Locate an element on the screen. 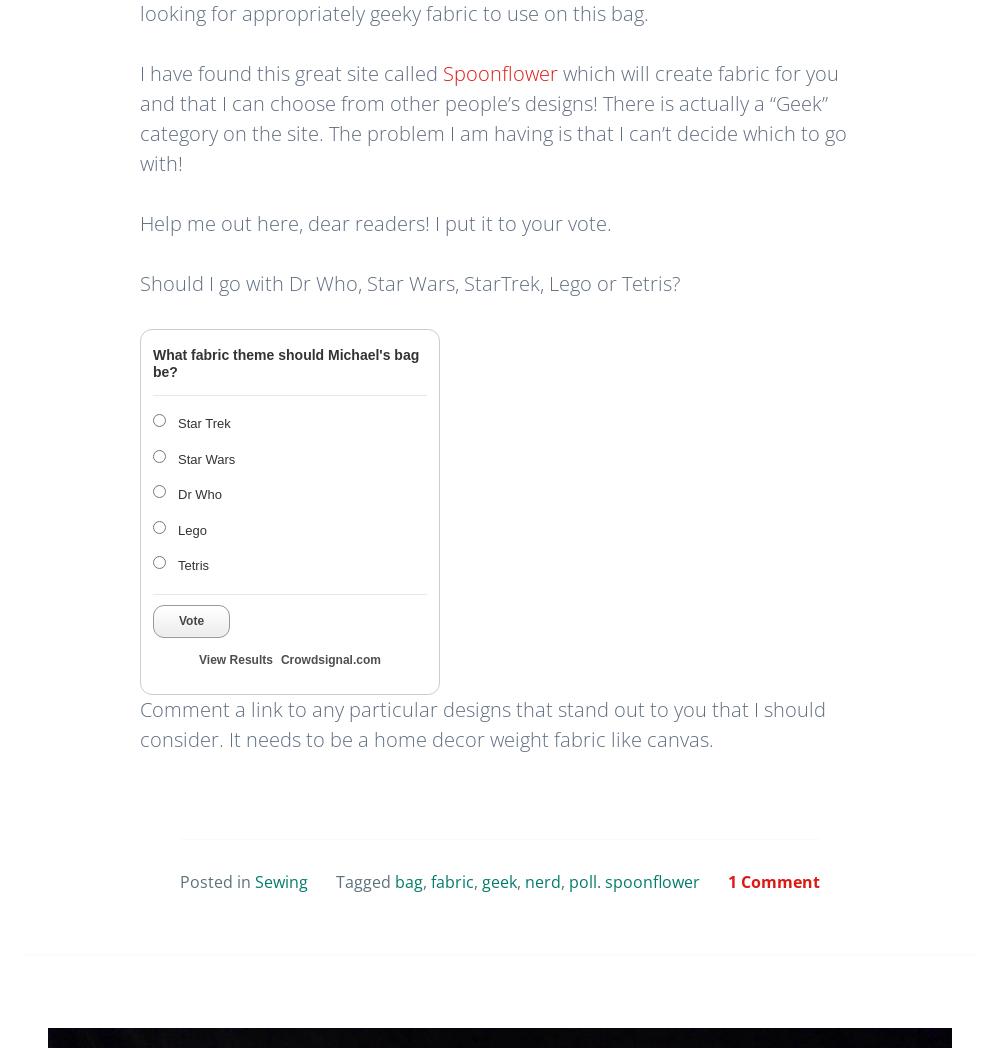 The height and width of the screenshot is (1048, 1000). 'Crowdsignal.com' is located at coordinates (329, 658).